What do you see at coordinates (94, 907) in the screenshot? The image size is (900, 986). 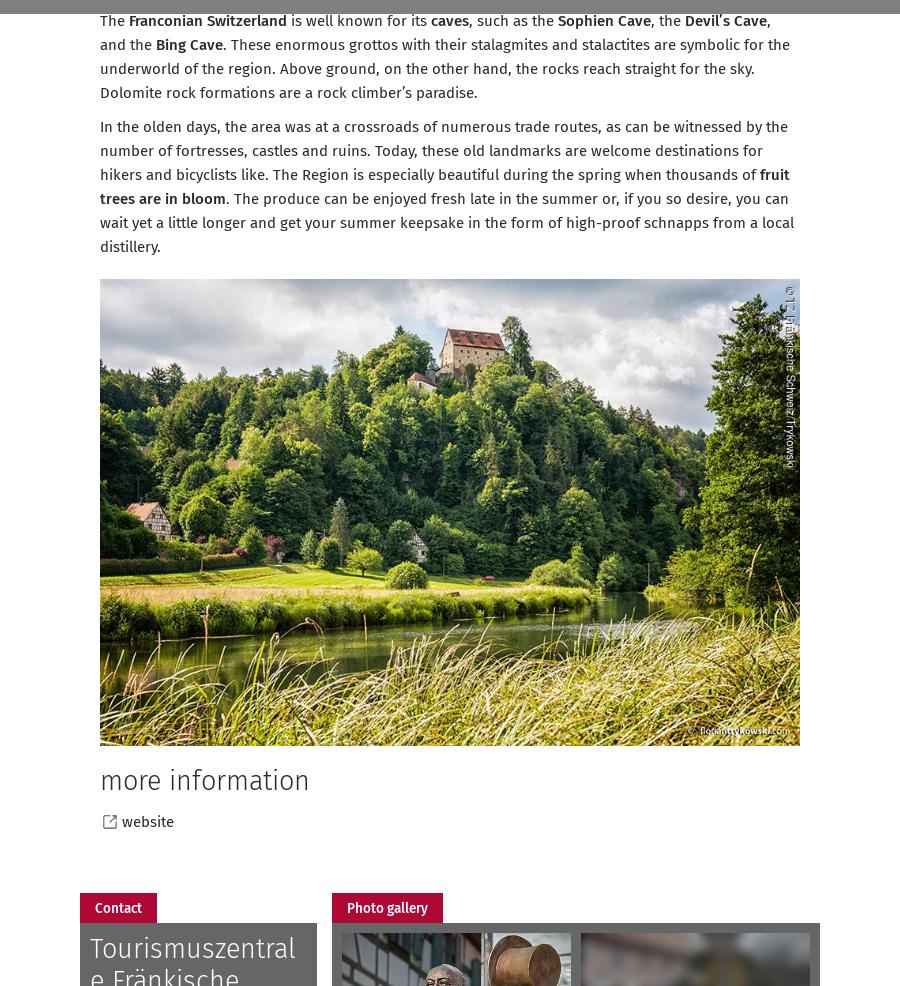 I see `'Contact'` at bounding box center [94, 907].